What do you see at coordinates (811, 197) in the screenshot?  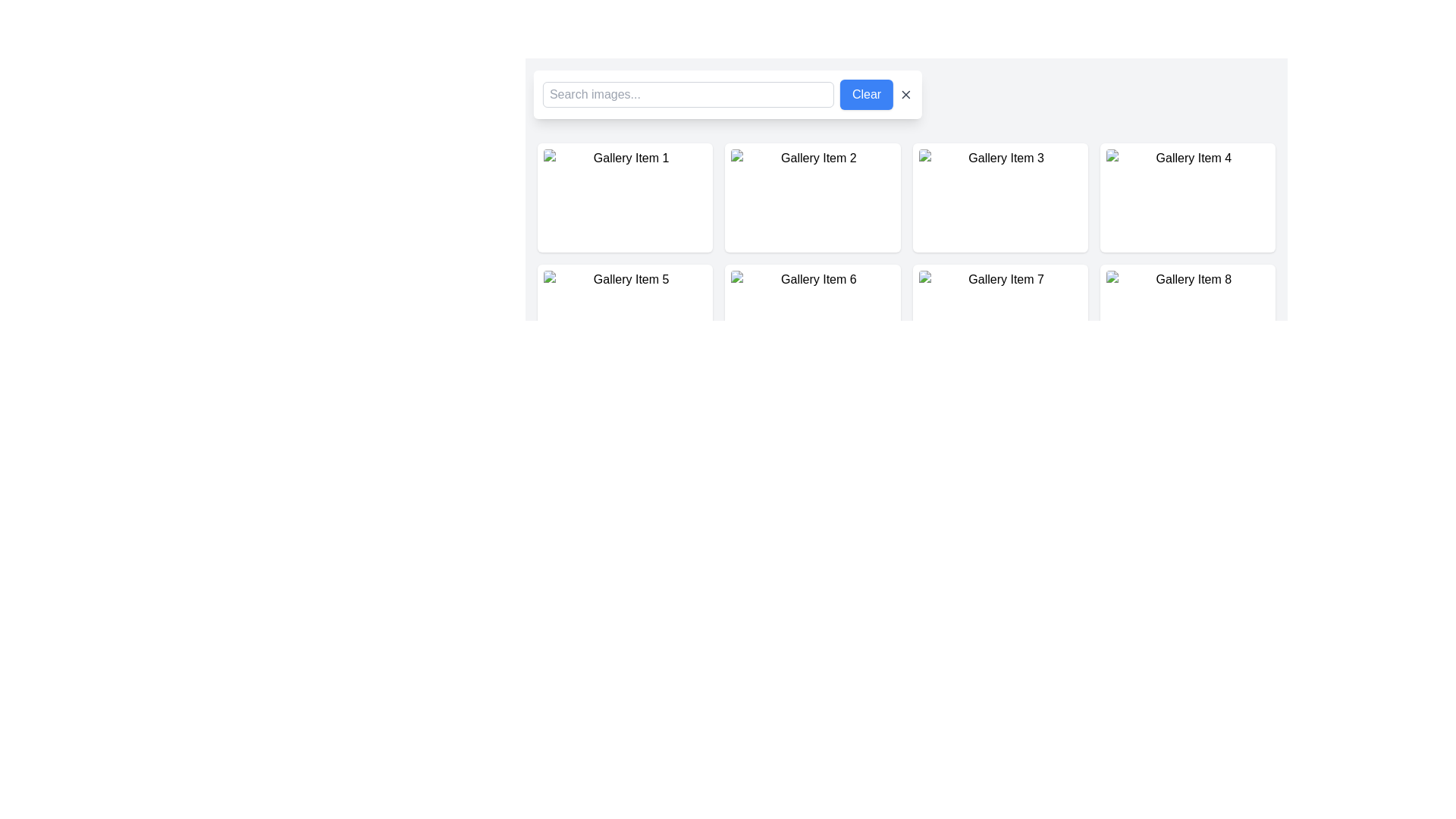 I see `the second image thumbnail in the top row of the gallery` at bounding box center [811, 197].